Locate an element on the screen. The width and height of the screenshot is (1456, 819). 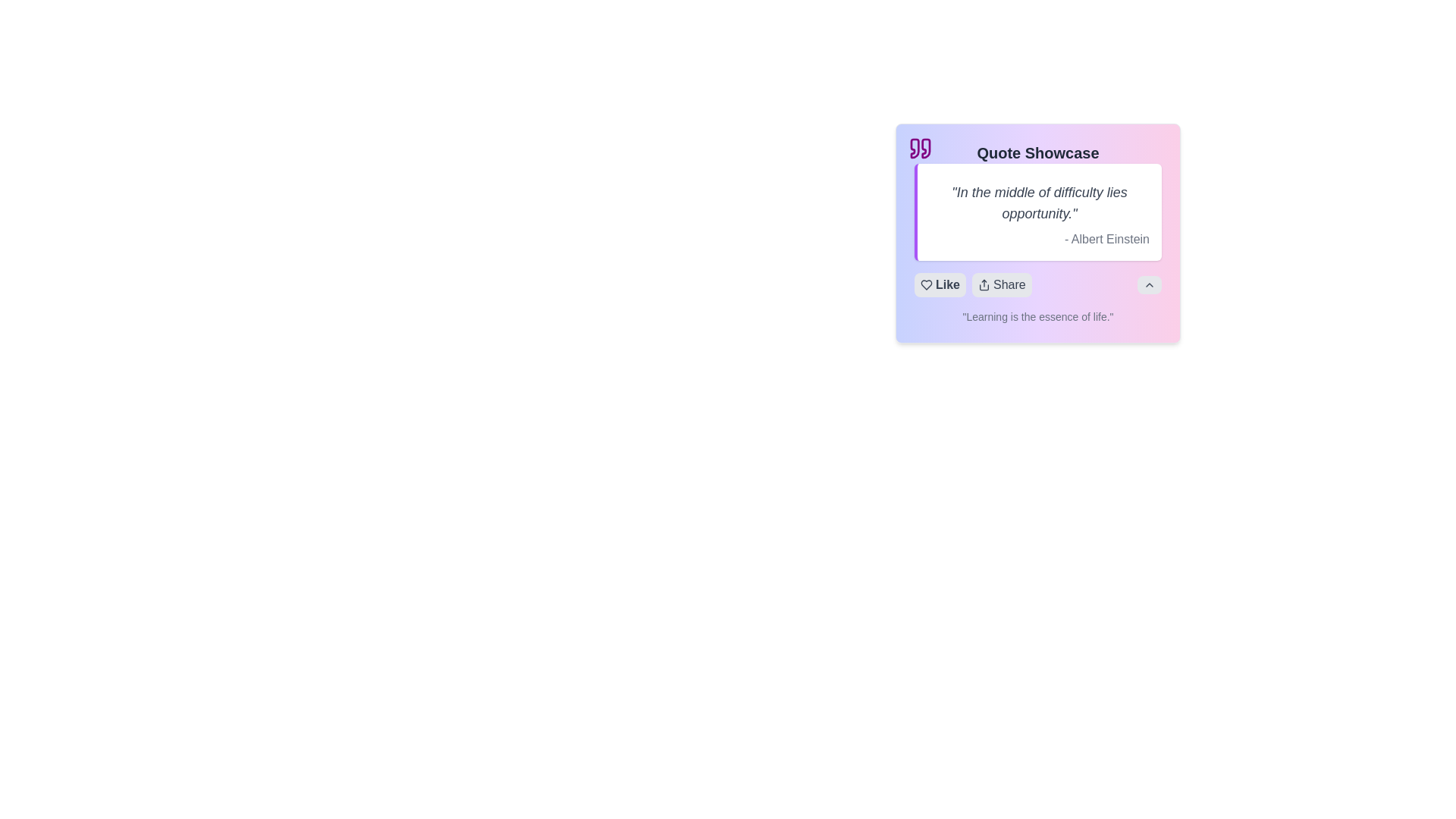
the Interactive button group containing the 'Like' and 'Share' buttons is located at coordinates (1037, 284).